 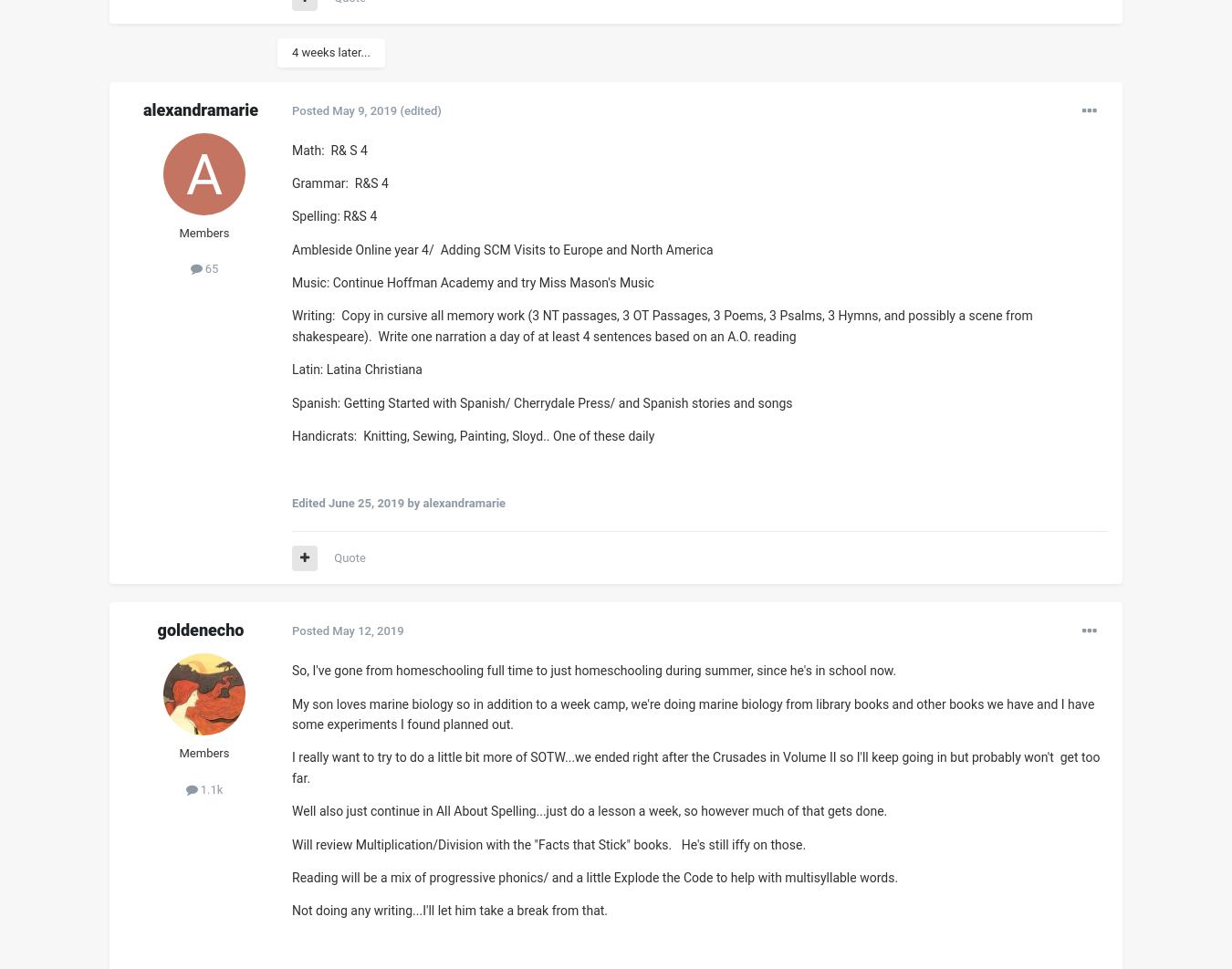 What do you see at coordinates (595, 876) in the screenshot?
I see `'Reading will be a mix of progressive phonics/ and a little Explode the Code to help with multisyllable words.'` at bounding box center [595, 876].